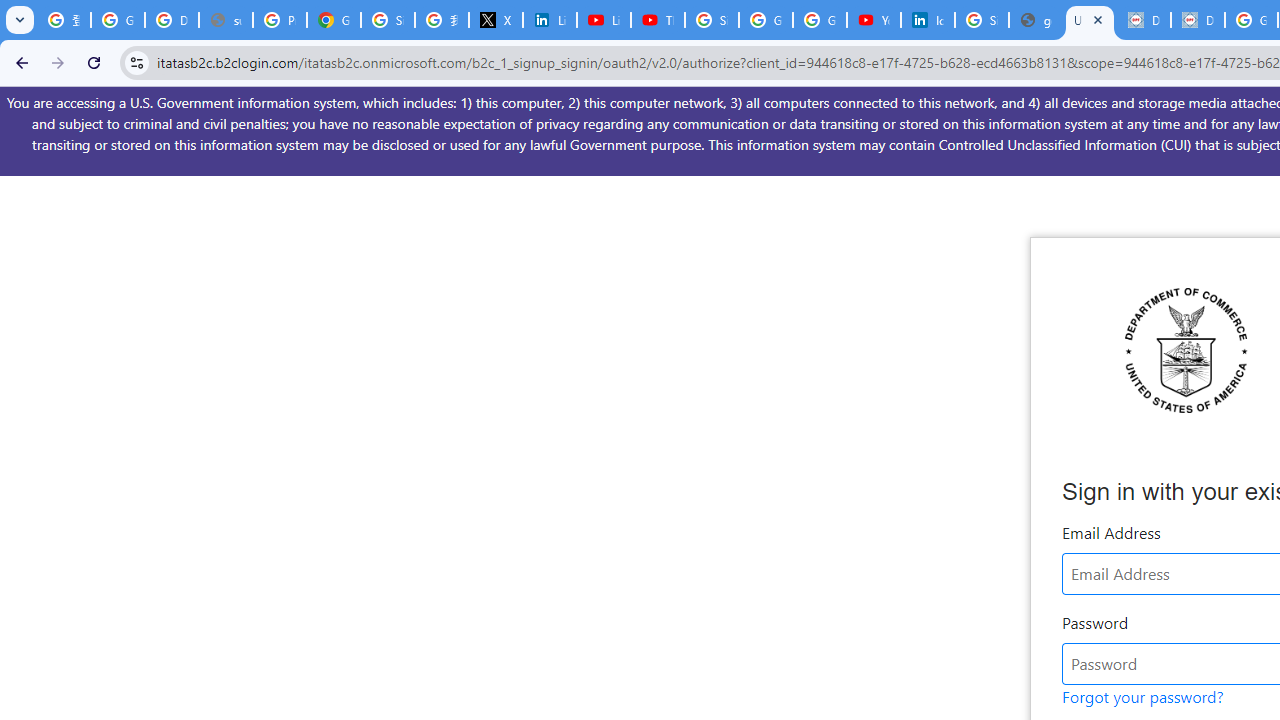 This screenshot has width=1280, height=720. I want to click on 'Sign in - Google Accounts', so click(387, 20).